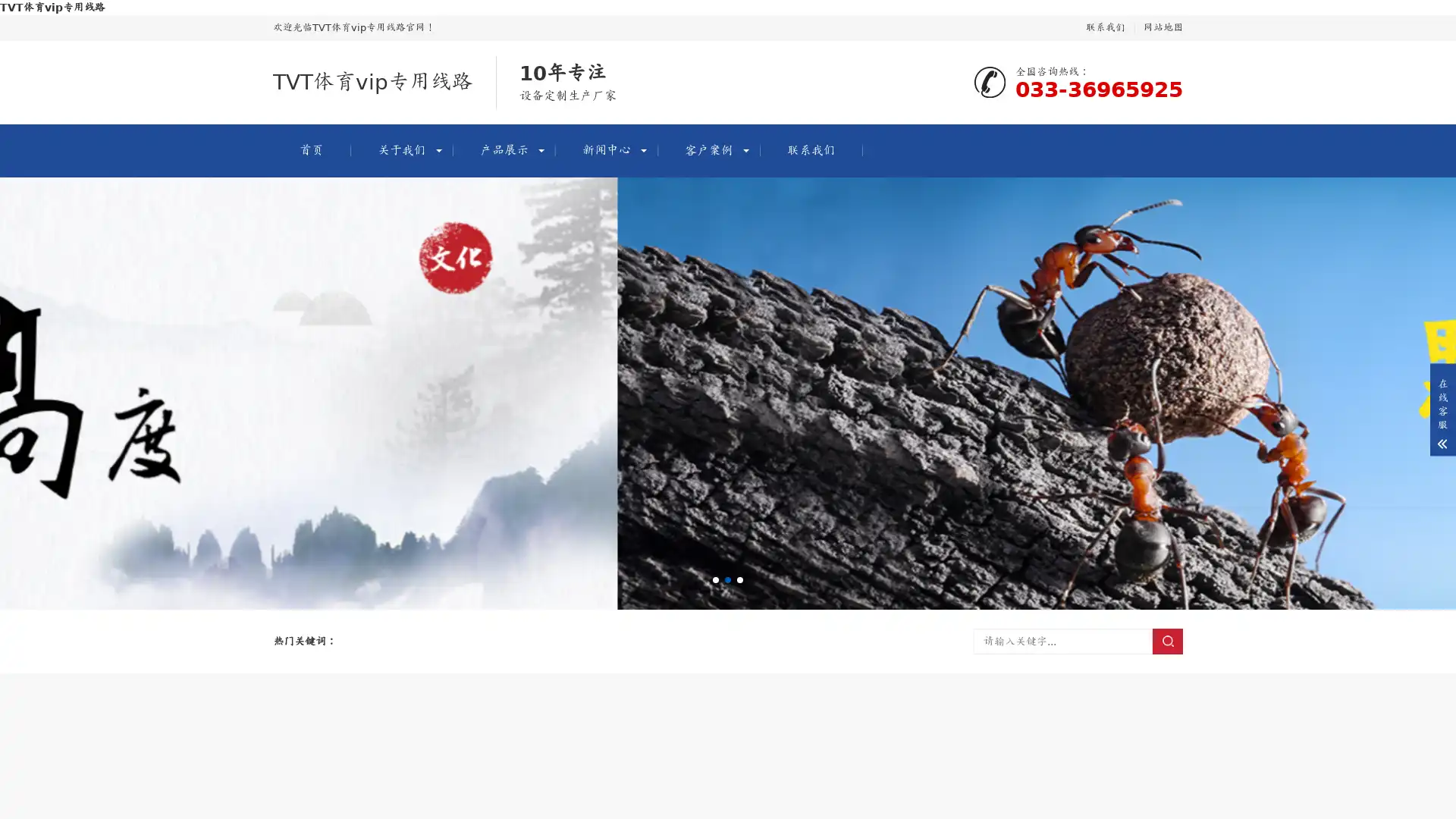  What do you see at coordinates (715, 579) in the screenshot?
I see `Go to slide 1` at bounding box center [715, 579].